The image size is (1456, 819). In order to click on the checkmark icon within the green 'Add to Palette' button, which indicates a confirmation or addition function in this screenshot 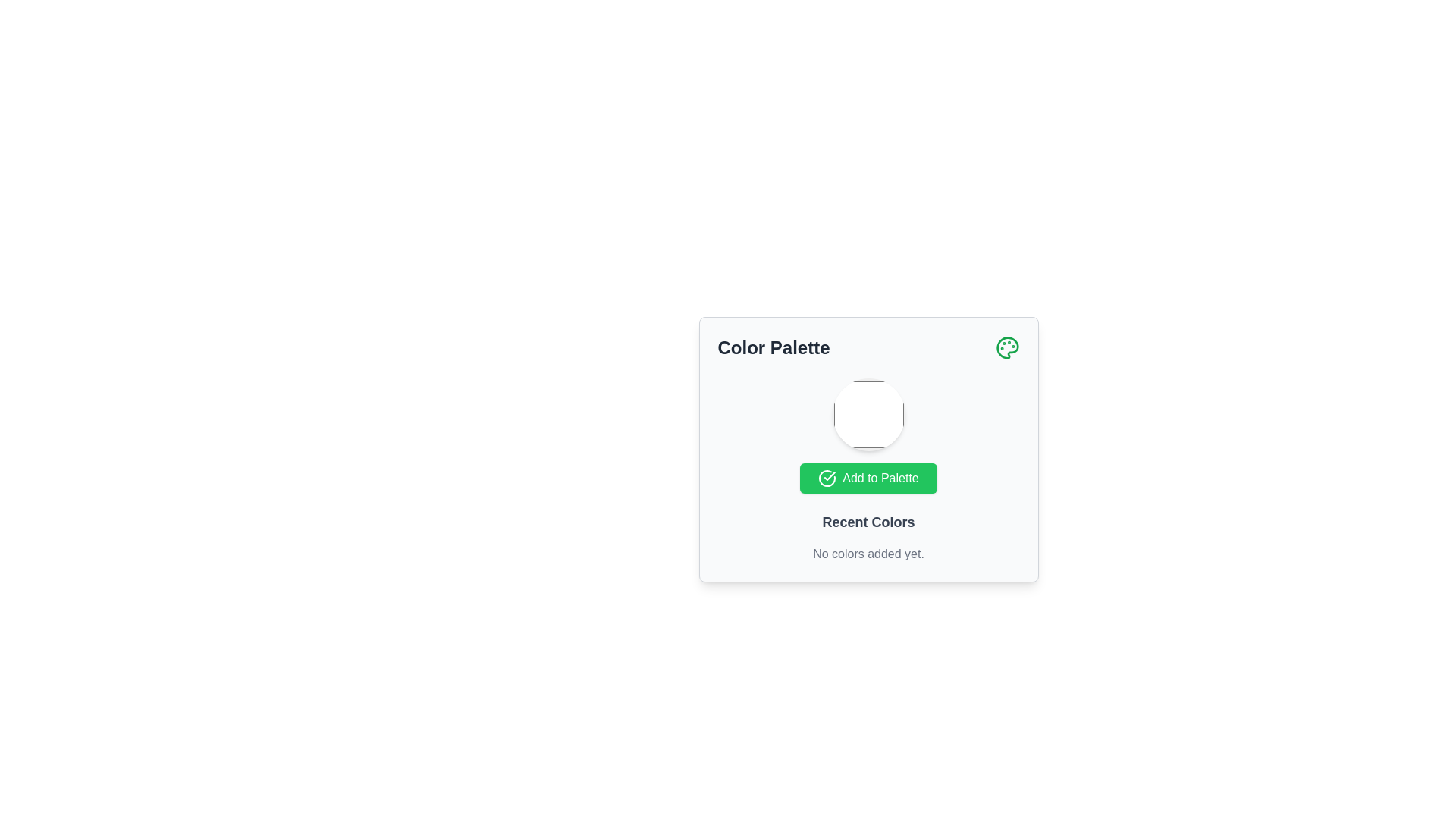, I will do `click(827, 479)`.